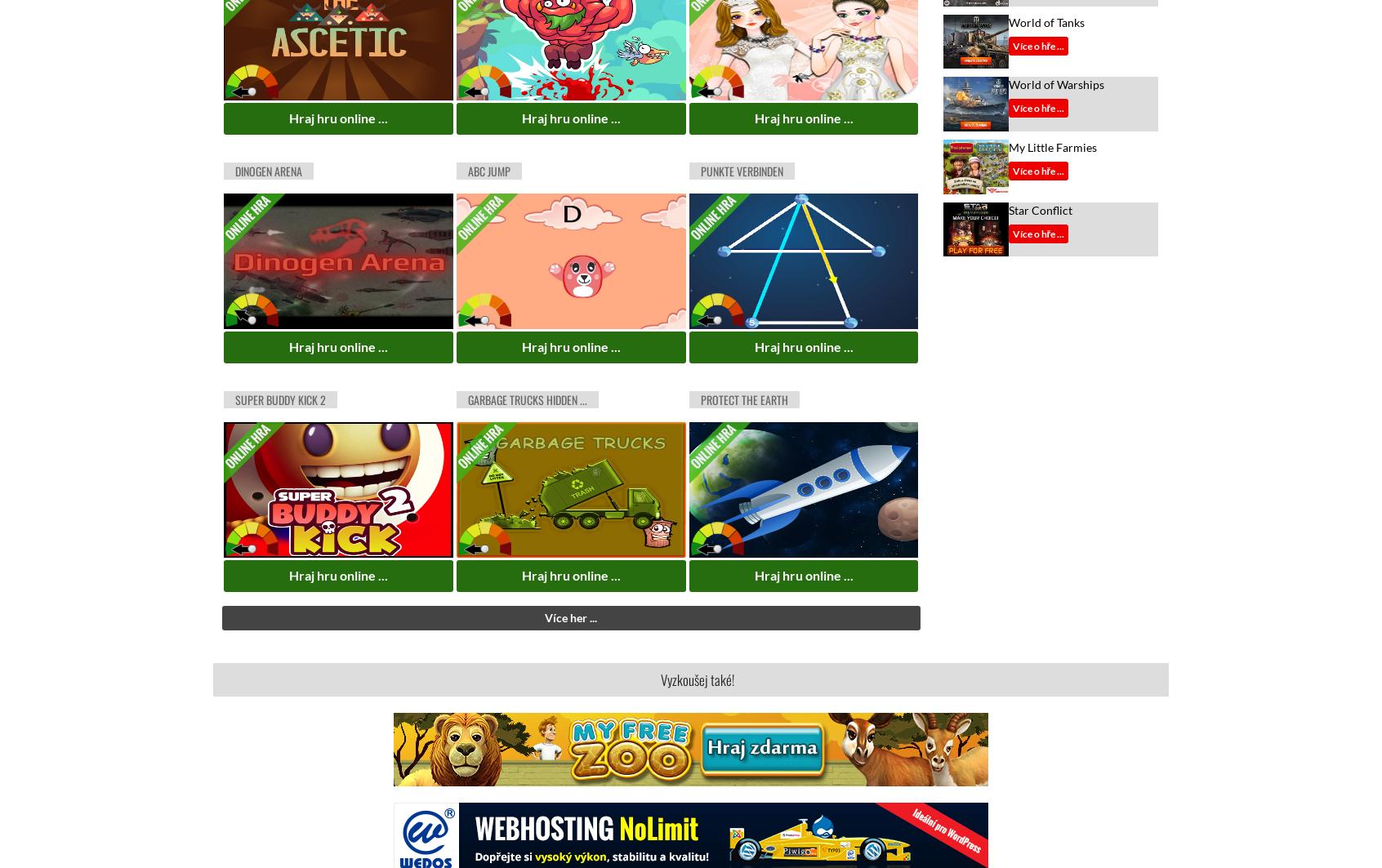 This screenshot has height=868, width=1382. I want to click on 'Více her ...', so click(570, 617).